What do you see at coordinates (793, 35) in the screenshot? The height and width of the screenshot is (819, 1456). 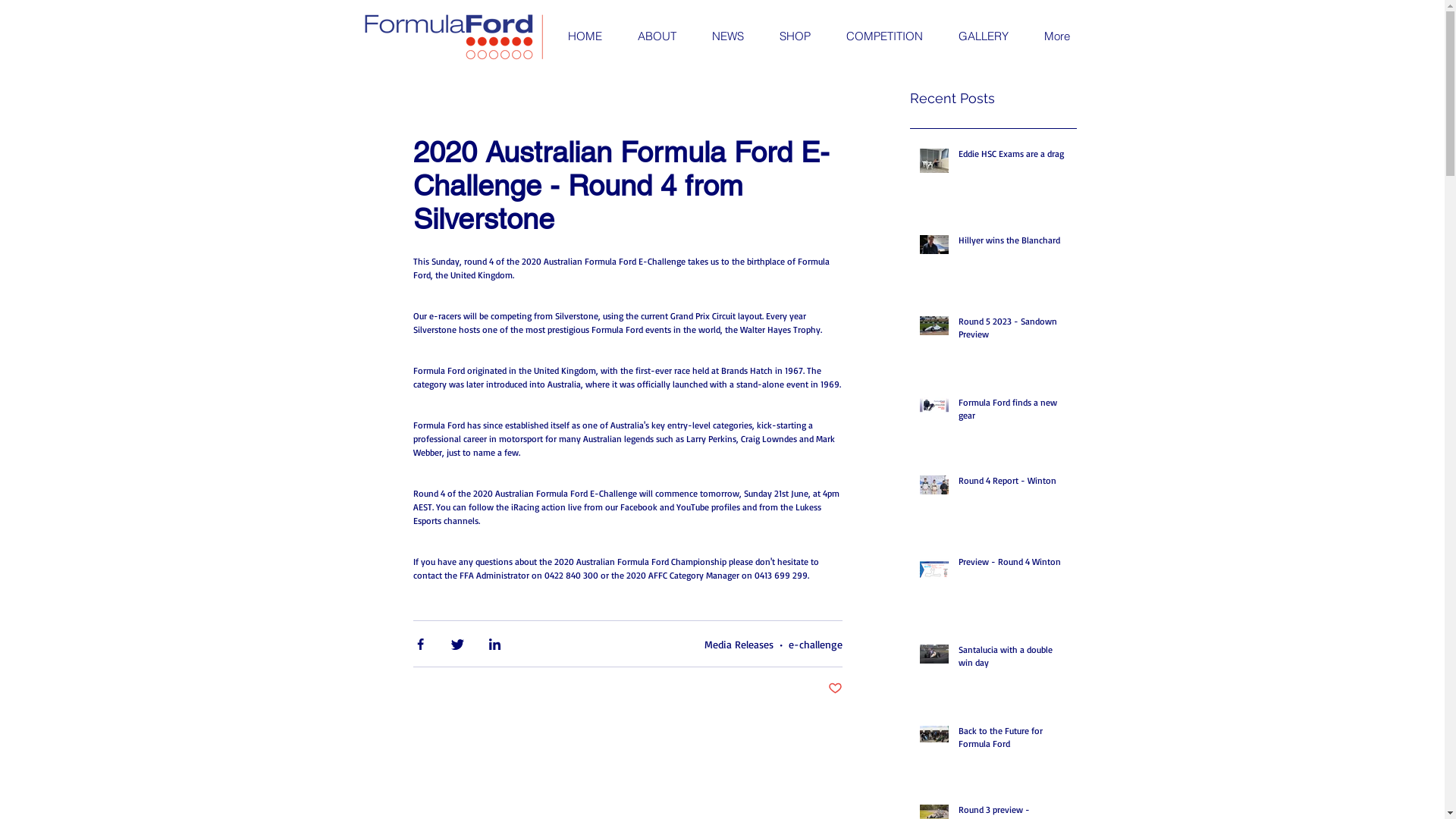 I see `'SHOP'` at bounding box center [793, 35].